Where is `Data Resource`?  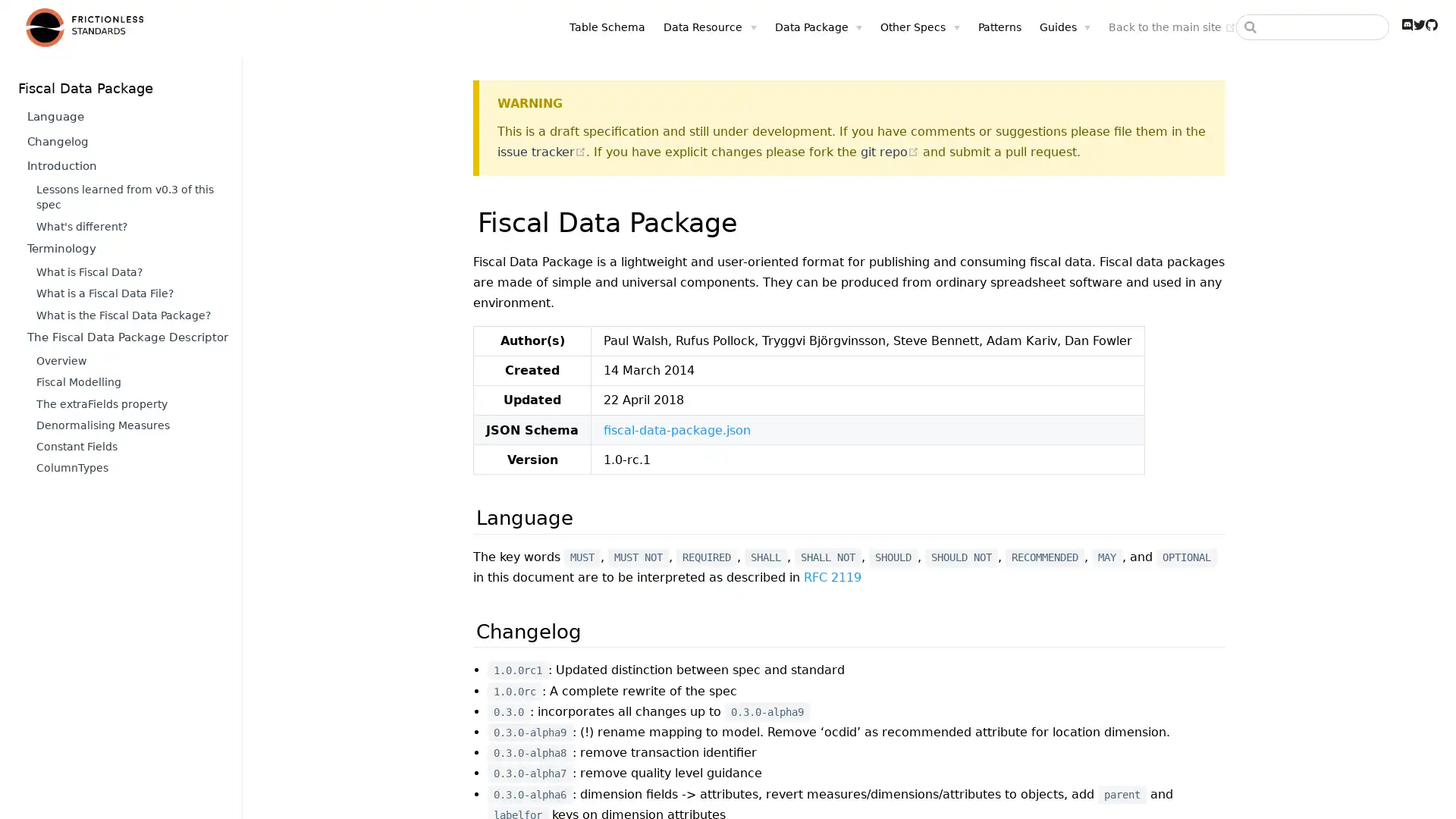 Data Resource is located at coordinates (709, 27).